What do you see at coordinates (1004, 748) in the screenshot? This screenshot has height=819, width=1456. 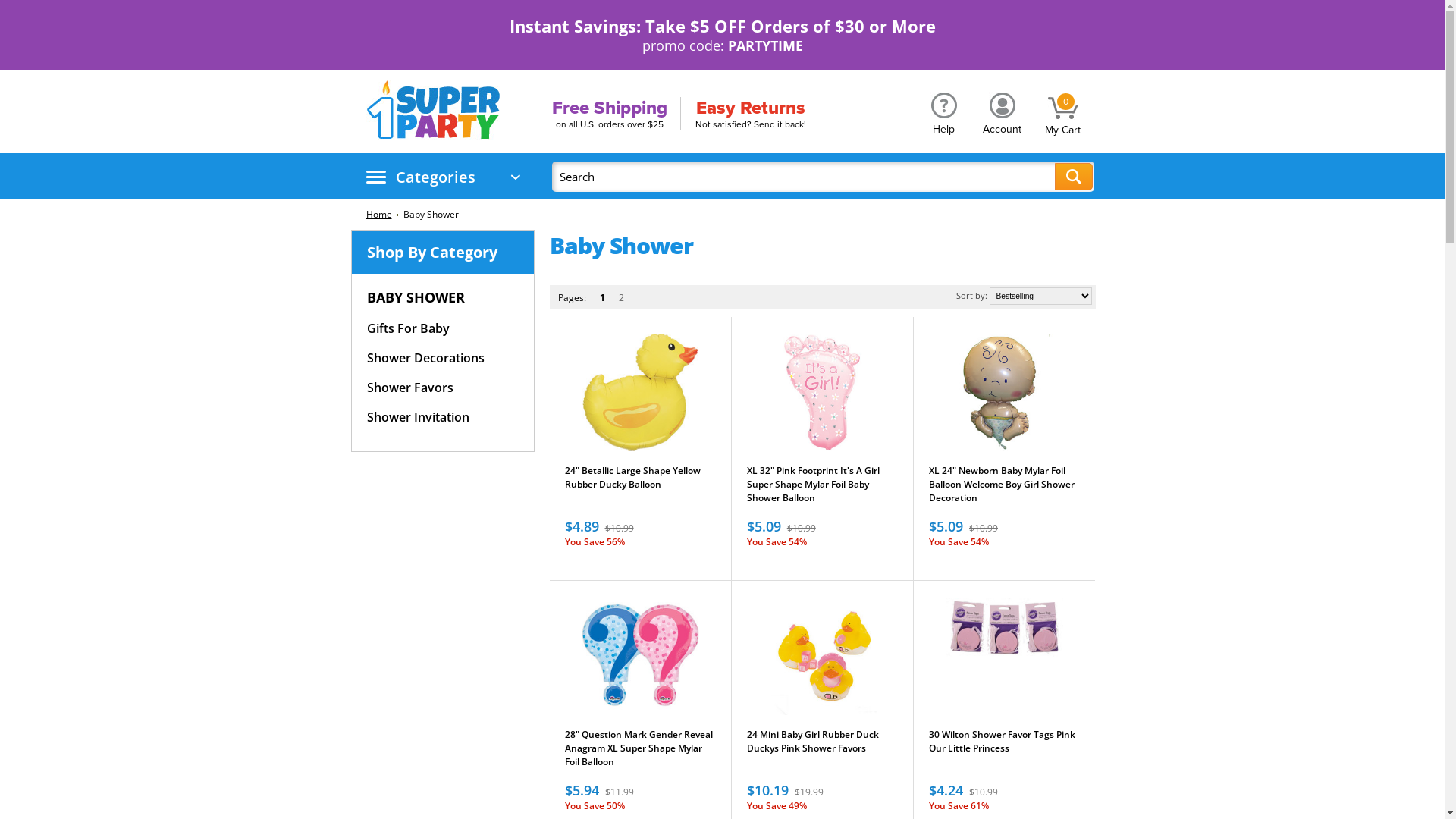 I see `'30 Wilton Shower Favor Tags Pink Our Little Princess'` at bounding box center [1004, 748].